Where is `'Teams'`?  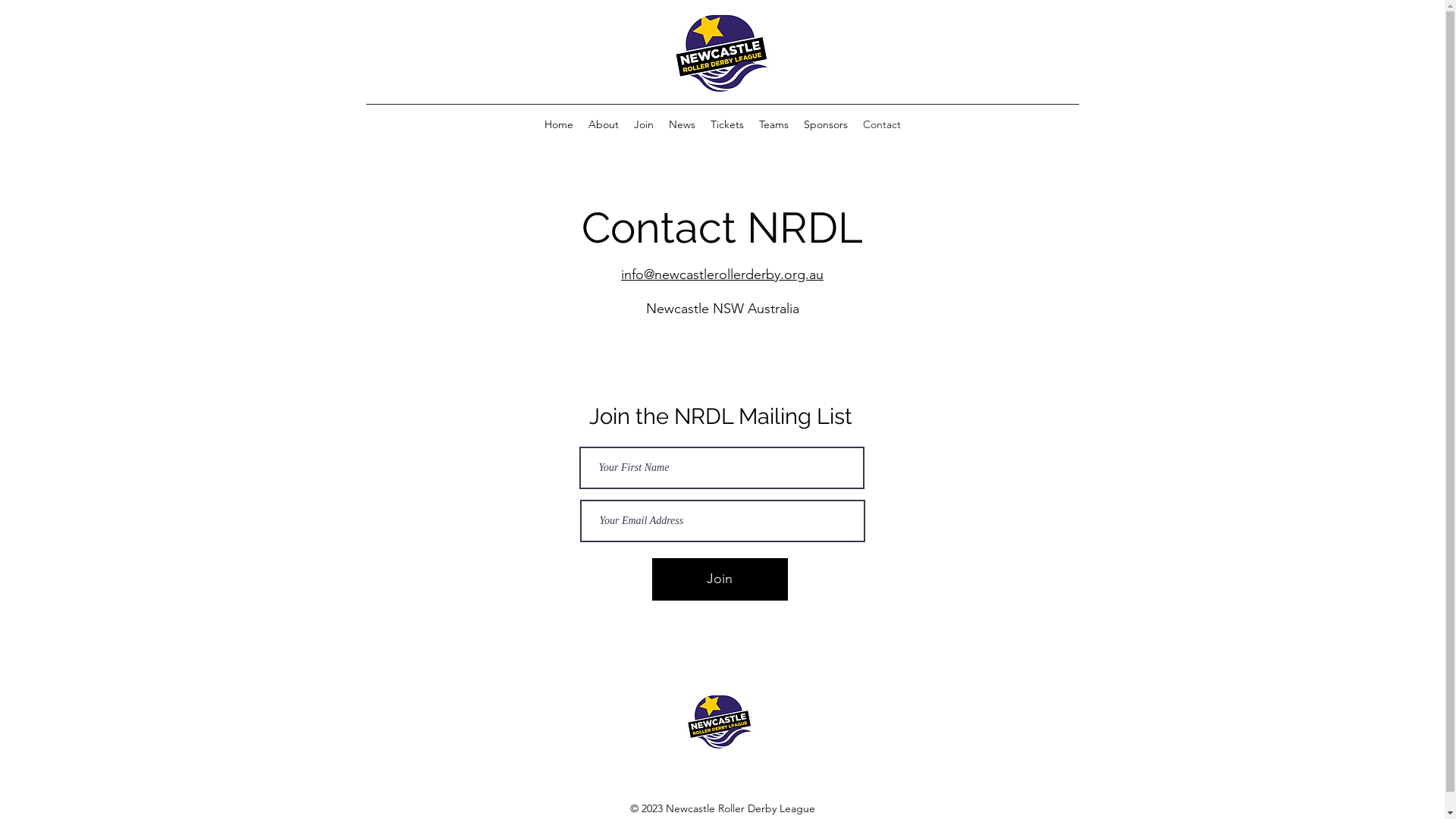 'Teams' is located at coordinates (773, 124).